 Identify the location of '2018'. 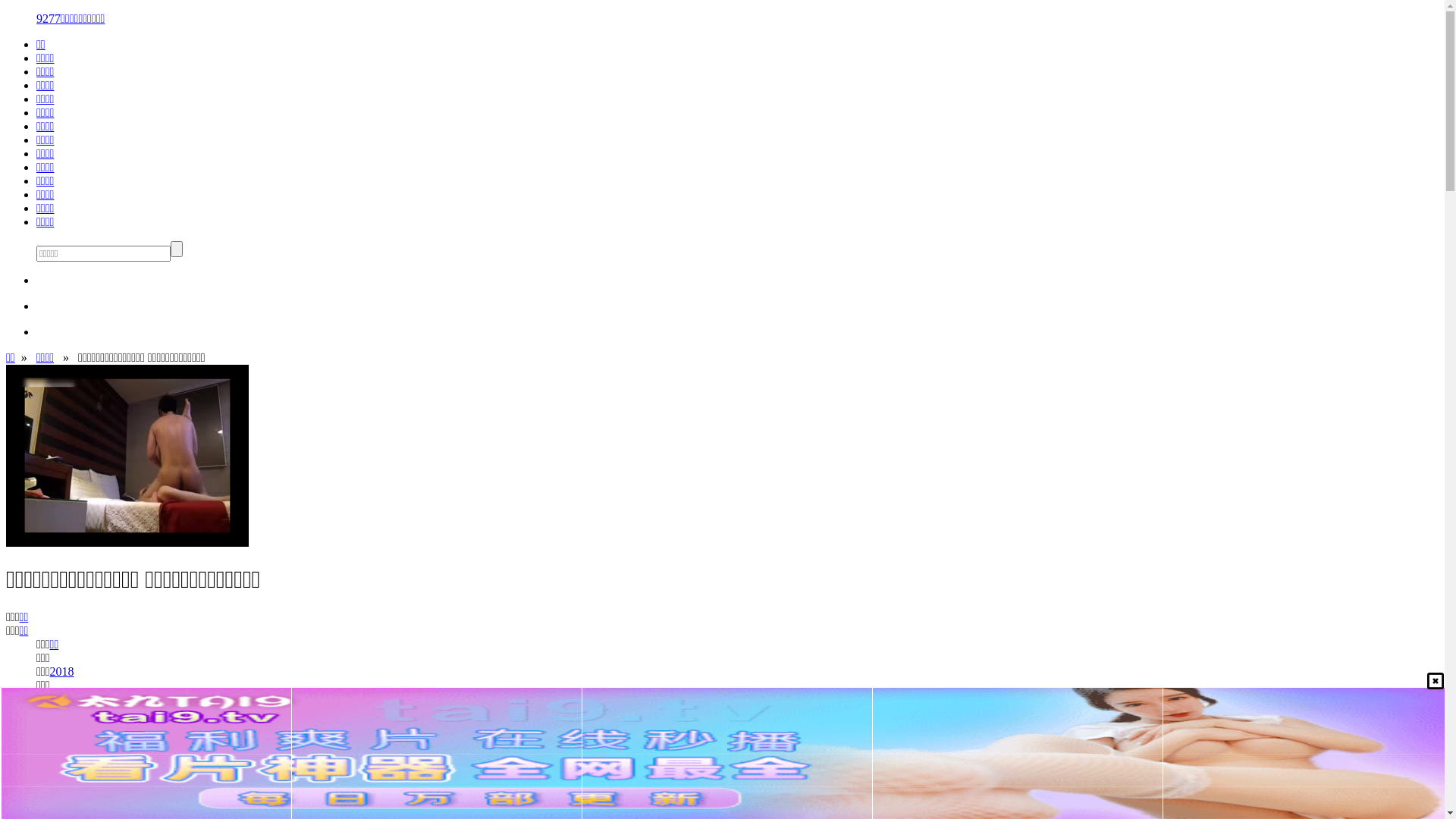
(61, 670).